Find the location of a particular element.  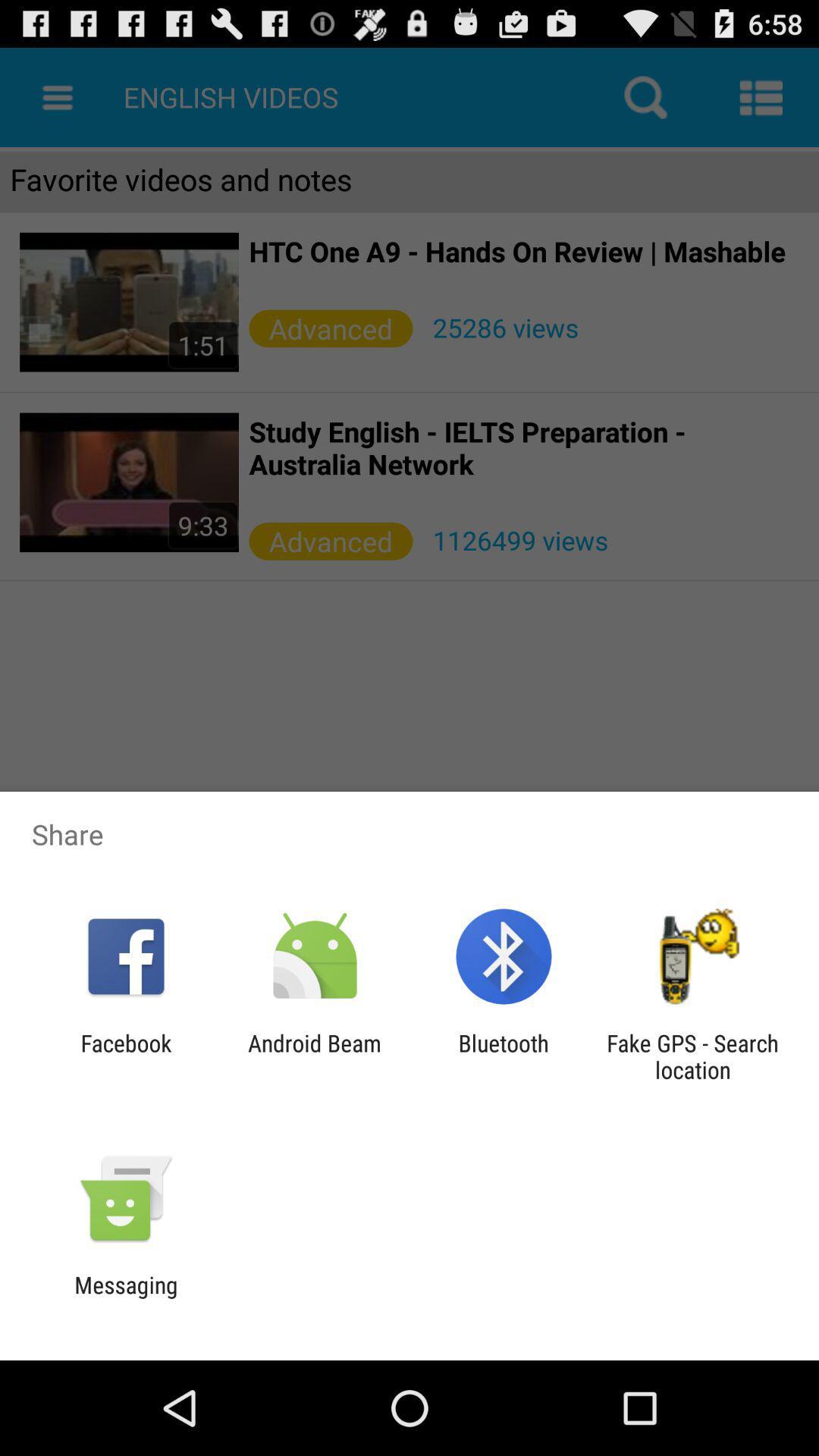

app to the right of the facebook icon is located at coordinates (314, 1056).